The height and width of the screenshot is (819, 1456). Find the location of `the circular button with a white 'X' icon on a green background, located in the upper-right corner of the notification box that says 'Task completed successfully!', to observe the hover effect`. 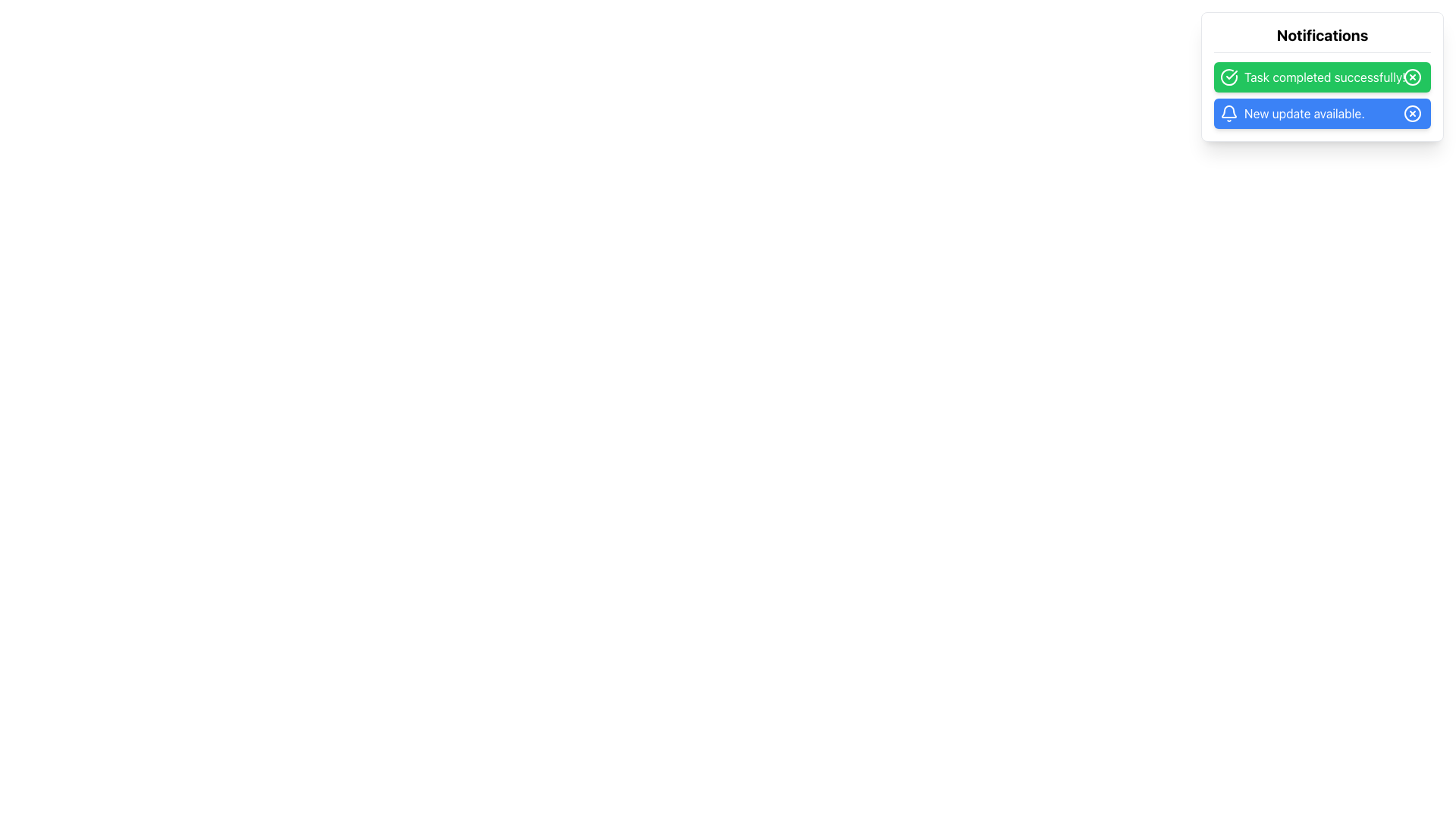

the circular button with a white 'X' icon on a green background, located in the upper-right corner of the notification box that says 'Task completed successfully!', to observe the hover effect is located at coordinates (1411, 77).